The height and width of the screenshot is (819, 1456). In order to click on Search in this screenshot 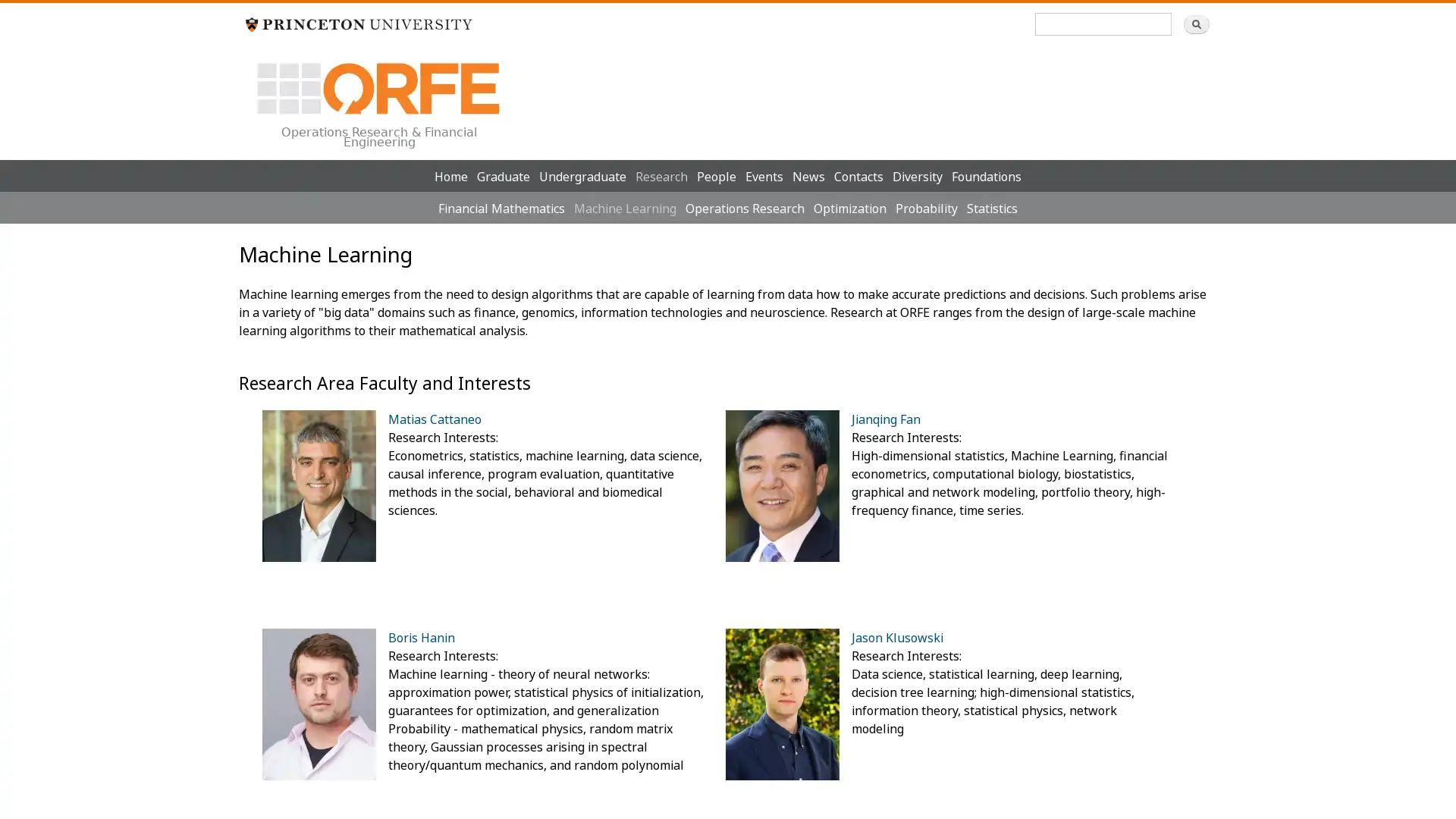, I will do `click(1196, 24)`.